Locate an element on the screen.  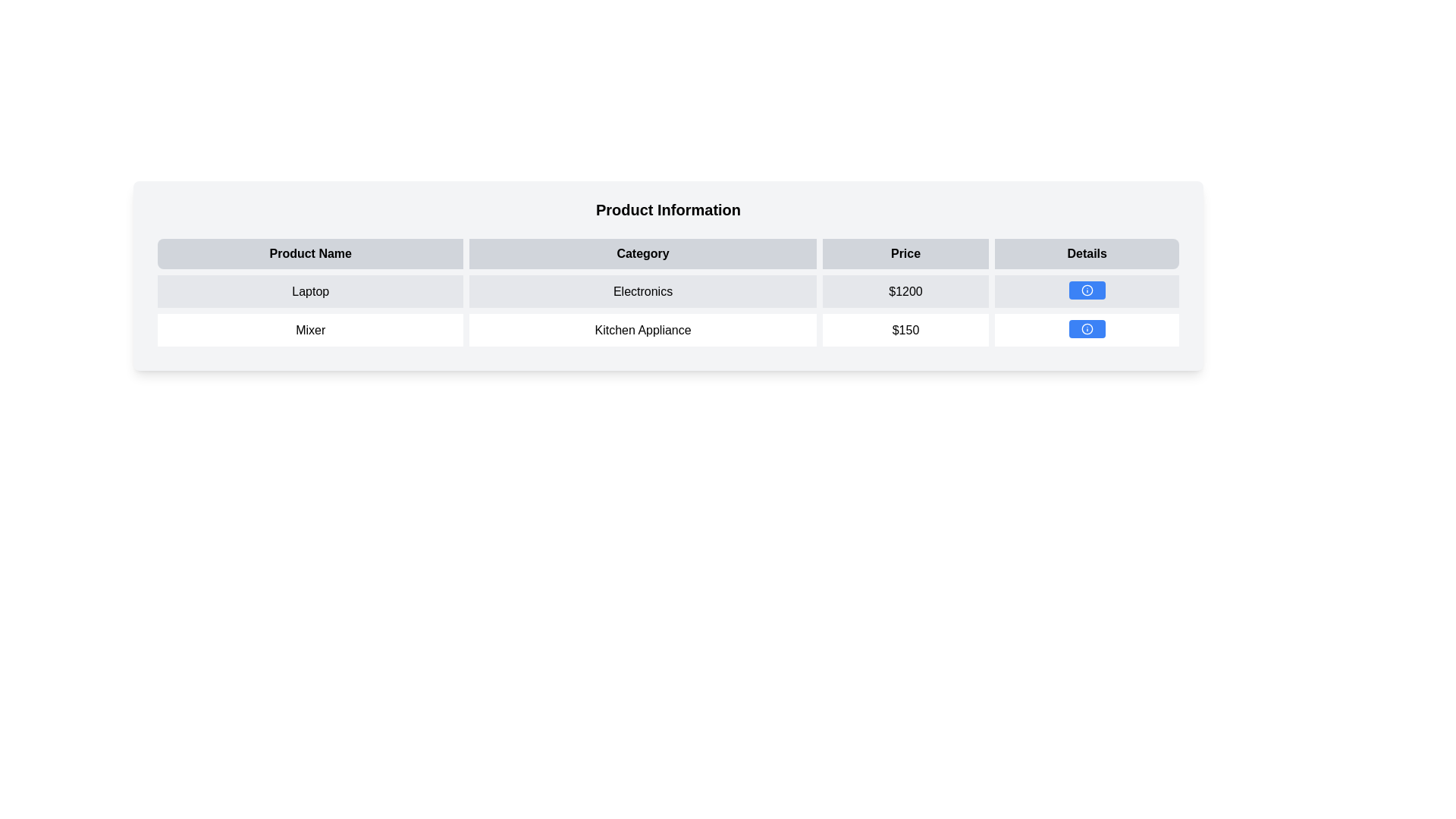
the text label displaying the value '$150' in black font, located in the 'Price' column of the table for the product 'Mixer' is located at coordinates (905, 329).